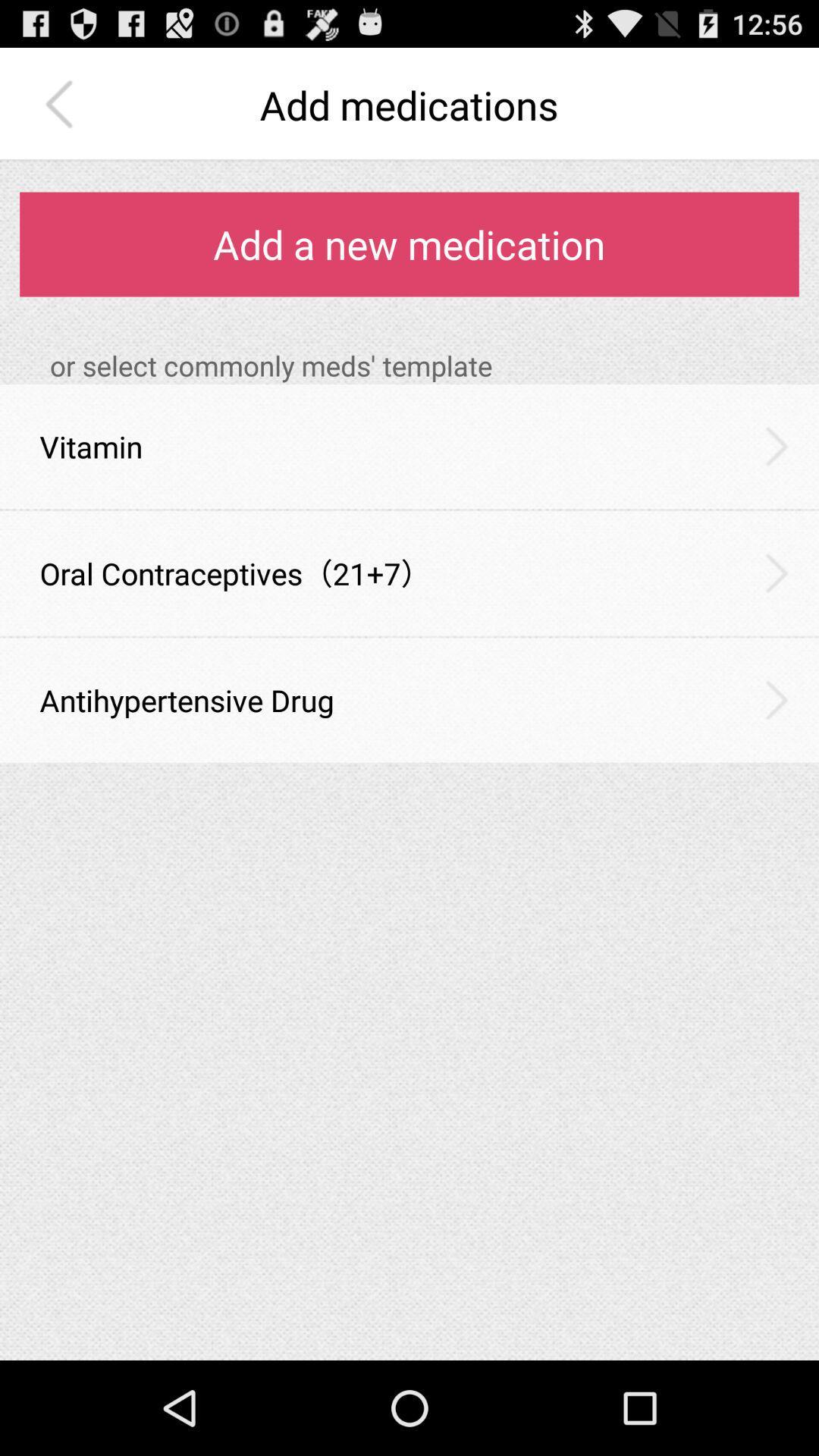  I want to click on app to the right of the antihypertensive drug, so click(777, 699).